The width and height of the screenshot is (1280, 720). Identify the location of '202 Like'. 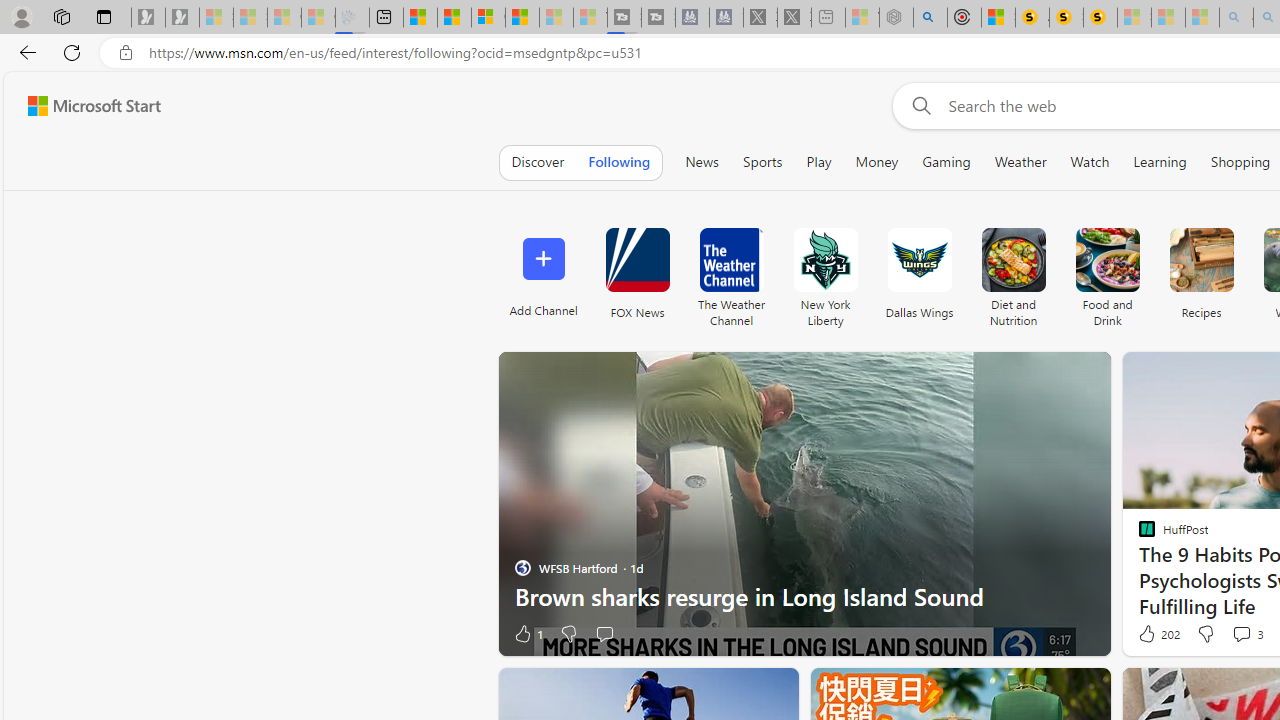
(1157, 633).